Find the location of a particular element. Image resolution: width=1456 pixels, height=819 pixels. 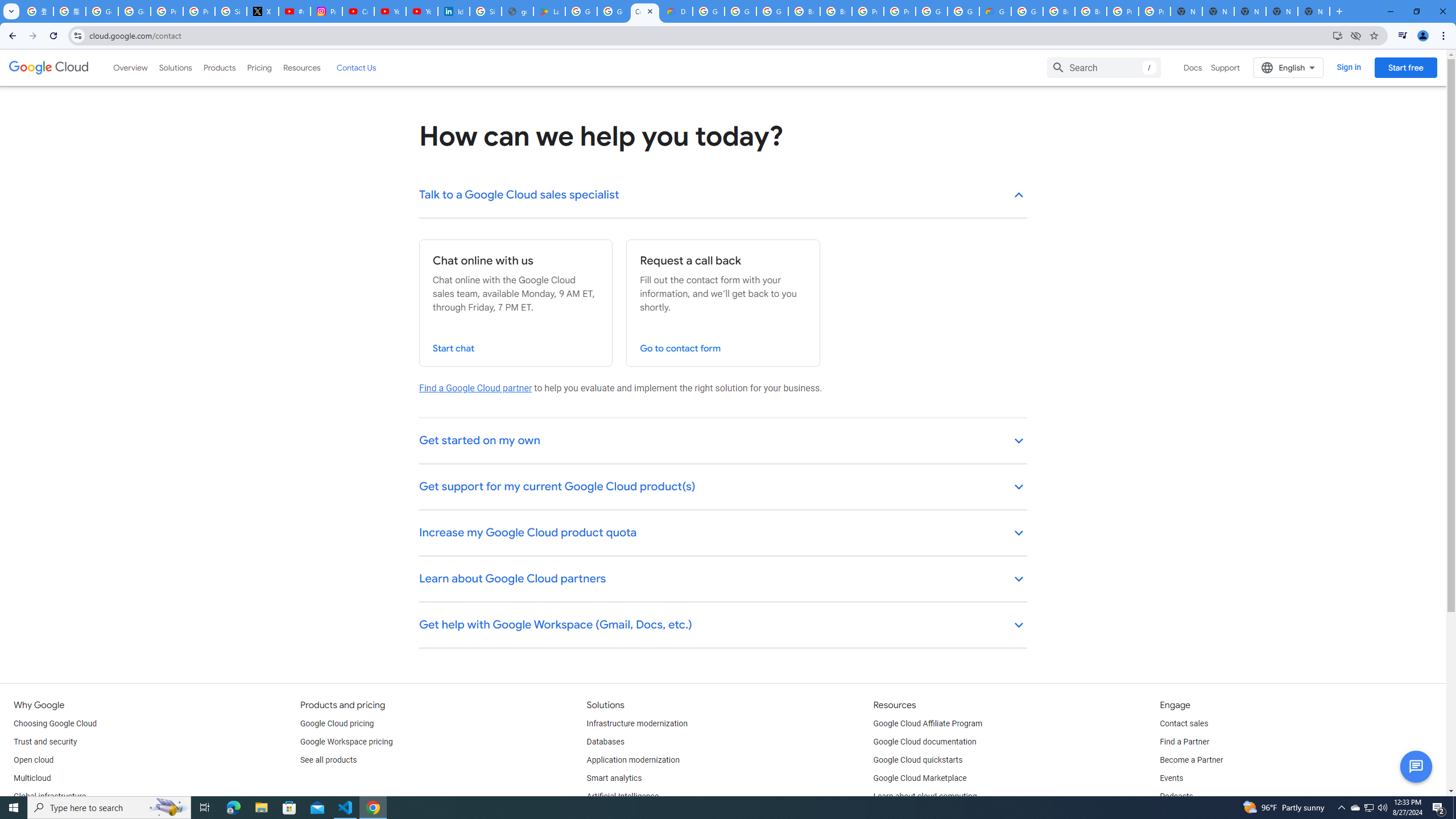

'Install Google Cloud' is located at coordinates (1337, 35).